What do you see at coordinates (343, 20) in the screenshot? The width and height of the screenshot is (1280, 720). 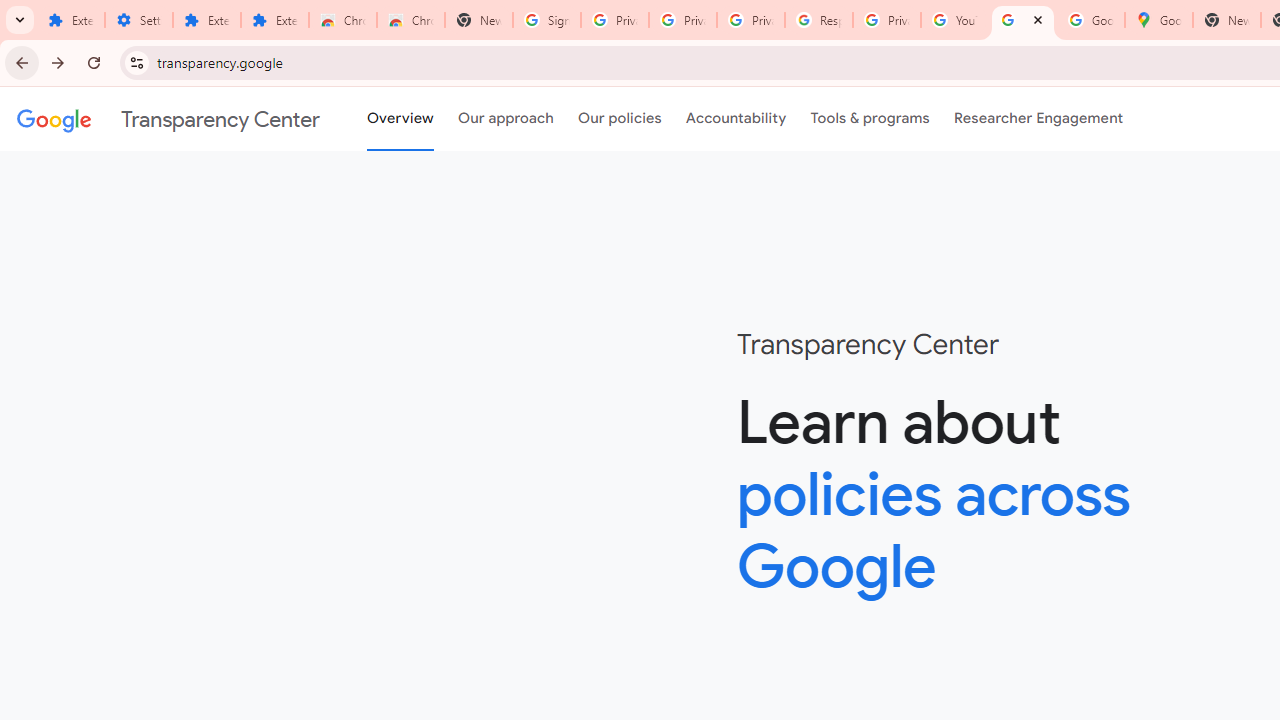 I see `'Chrome Web Store'` at bounding box center [343, 20].